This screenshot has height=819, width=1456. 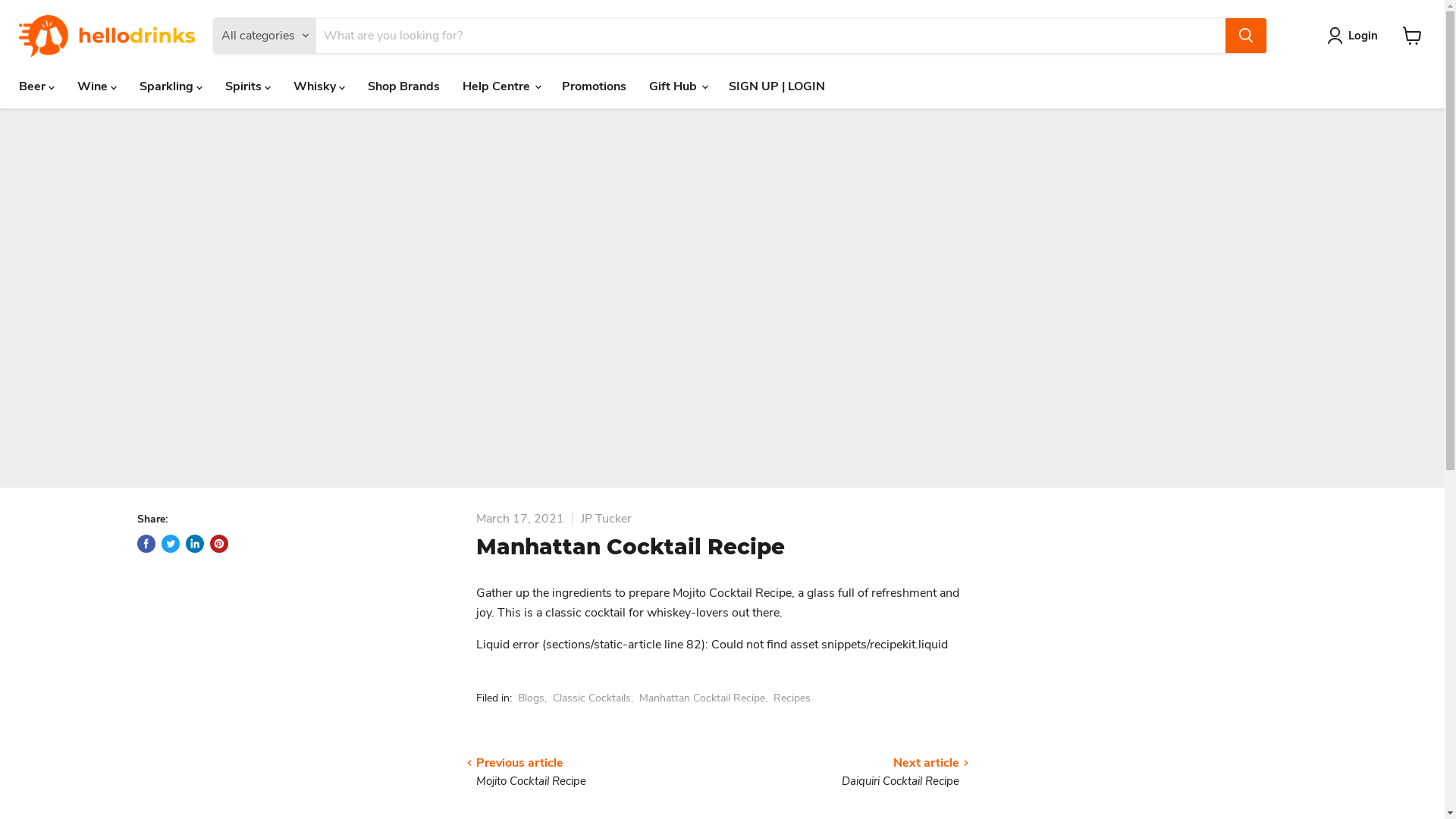 I want to click on 'Share on Facebook', so click(x=146, y=543).